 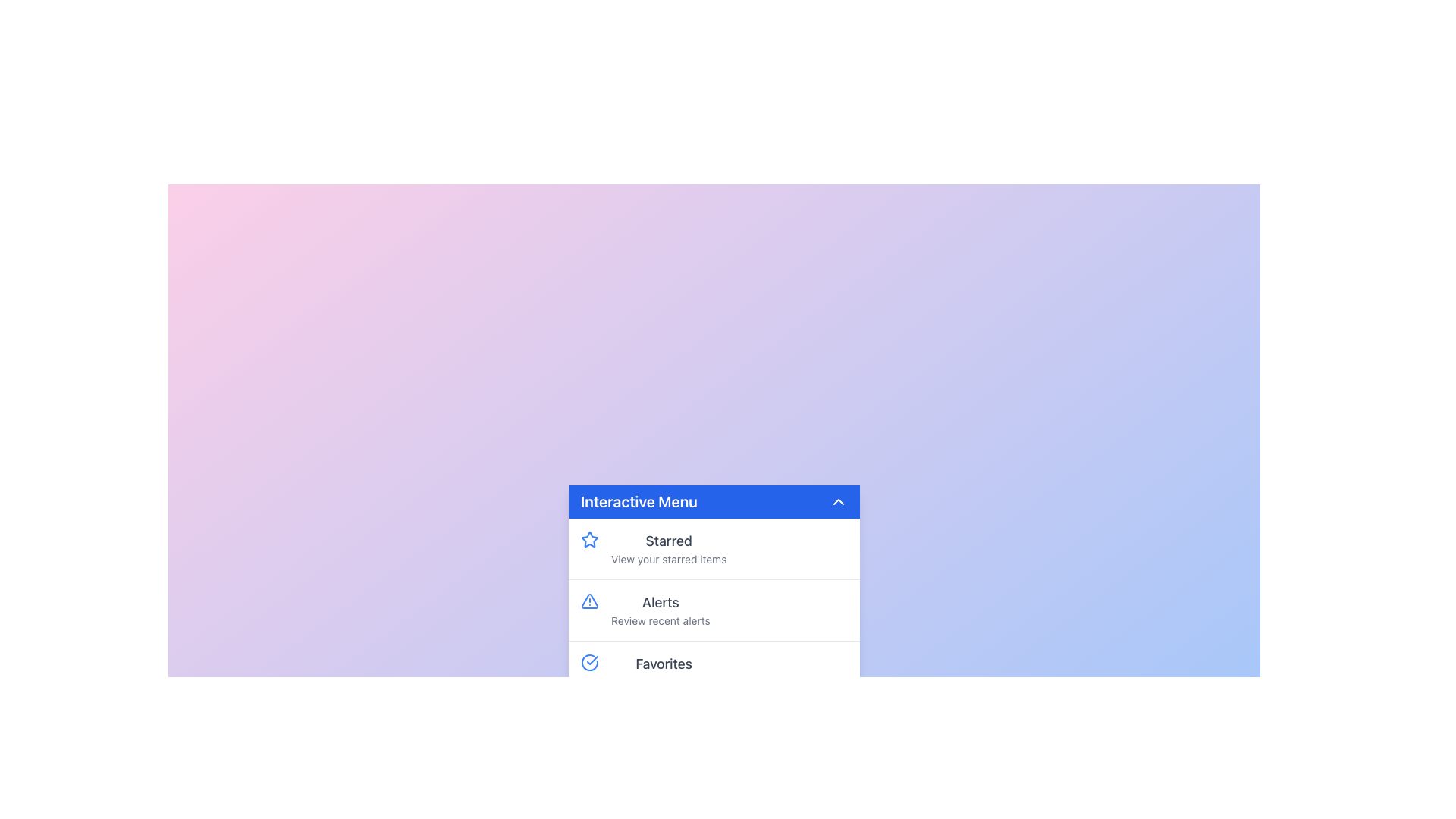 I want to click on the alert icon located to the left of the 'Alerts' label text in the second row of the menu under the 'Interactive Menu' header to interact with its associated functionality, so click(x=588, y=601).